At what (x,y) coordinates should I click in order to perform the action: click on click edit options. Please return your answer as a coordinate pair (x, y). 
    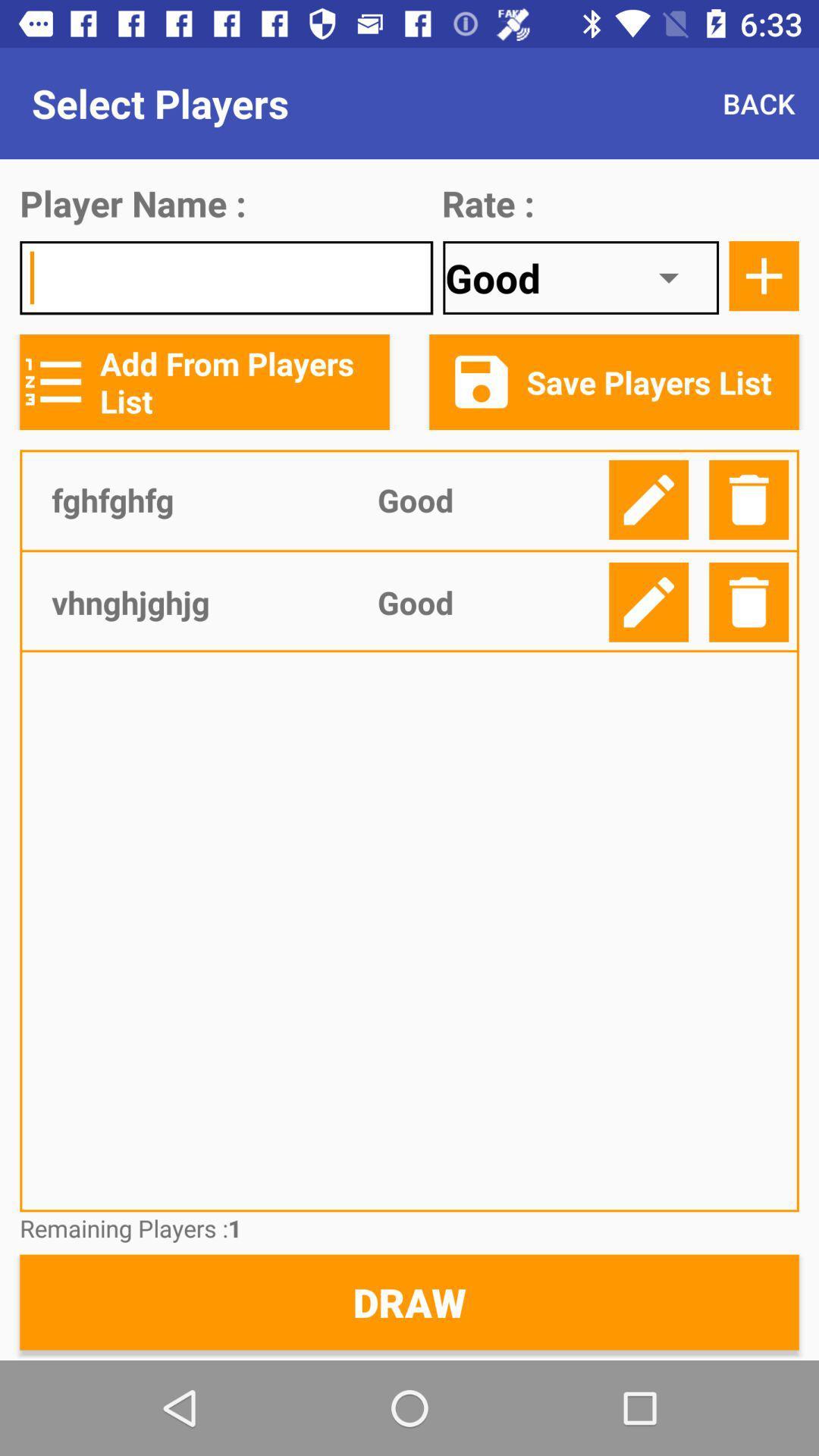
    Looking at the image, I should click on (648, 601).